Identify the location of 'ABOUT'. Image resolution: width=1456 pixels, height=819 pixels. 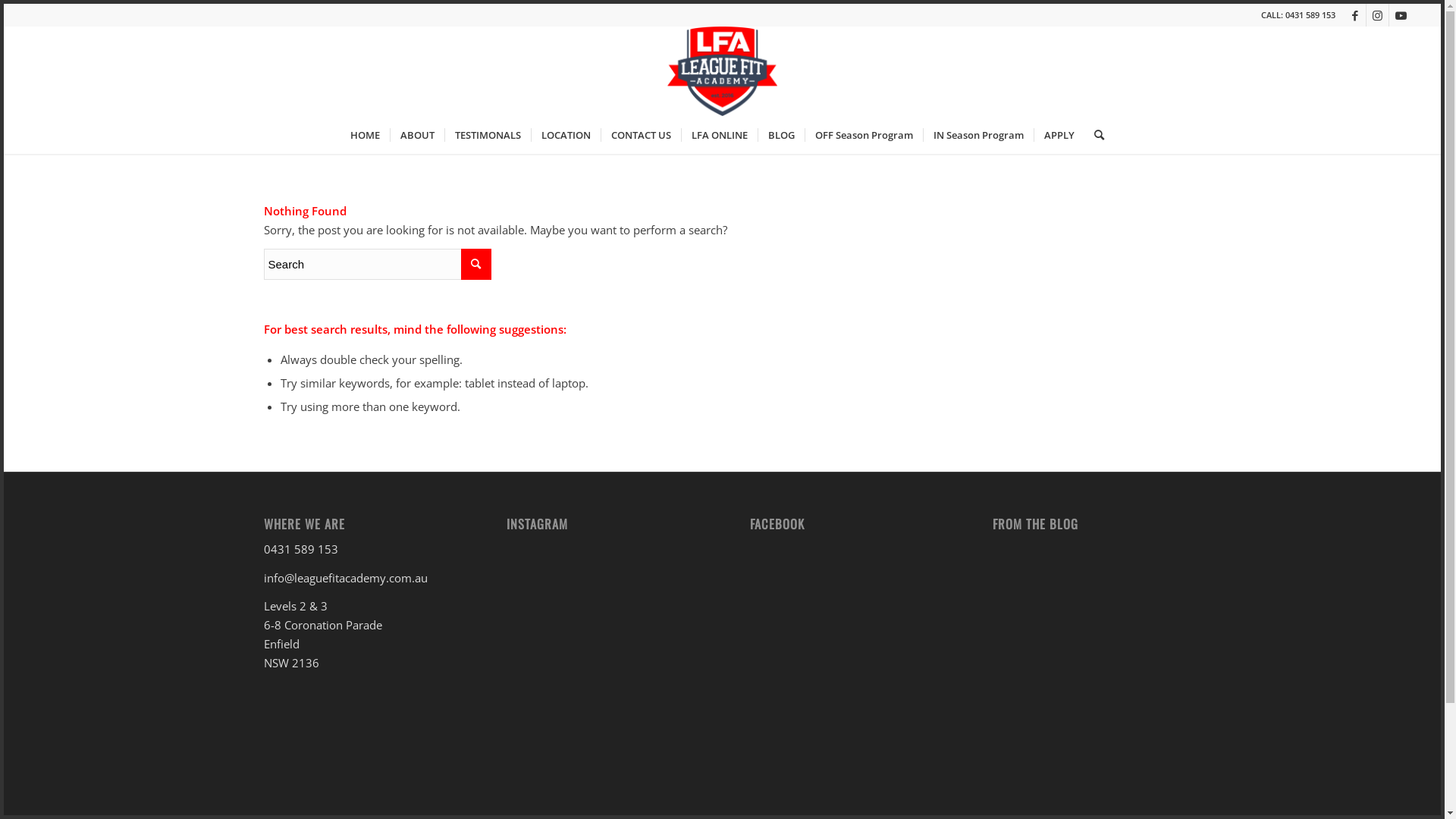
(417, 133).